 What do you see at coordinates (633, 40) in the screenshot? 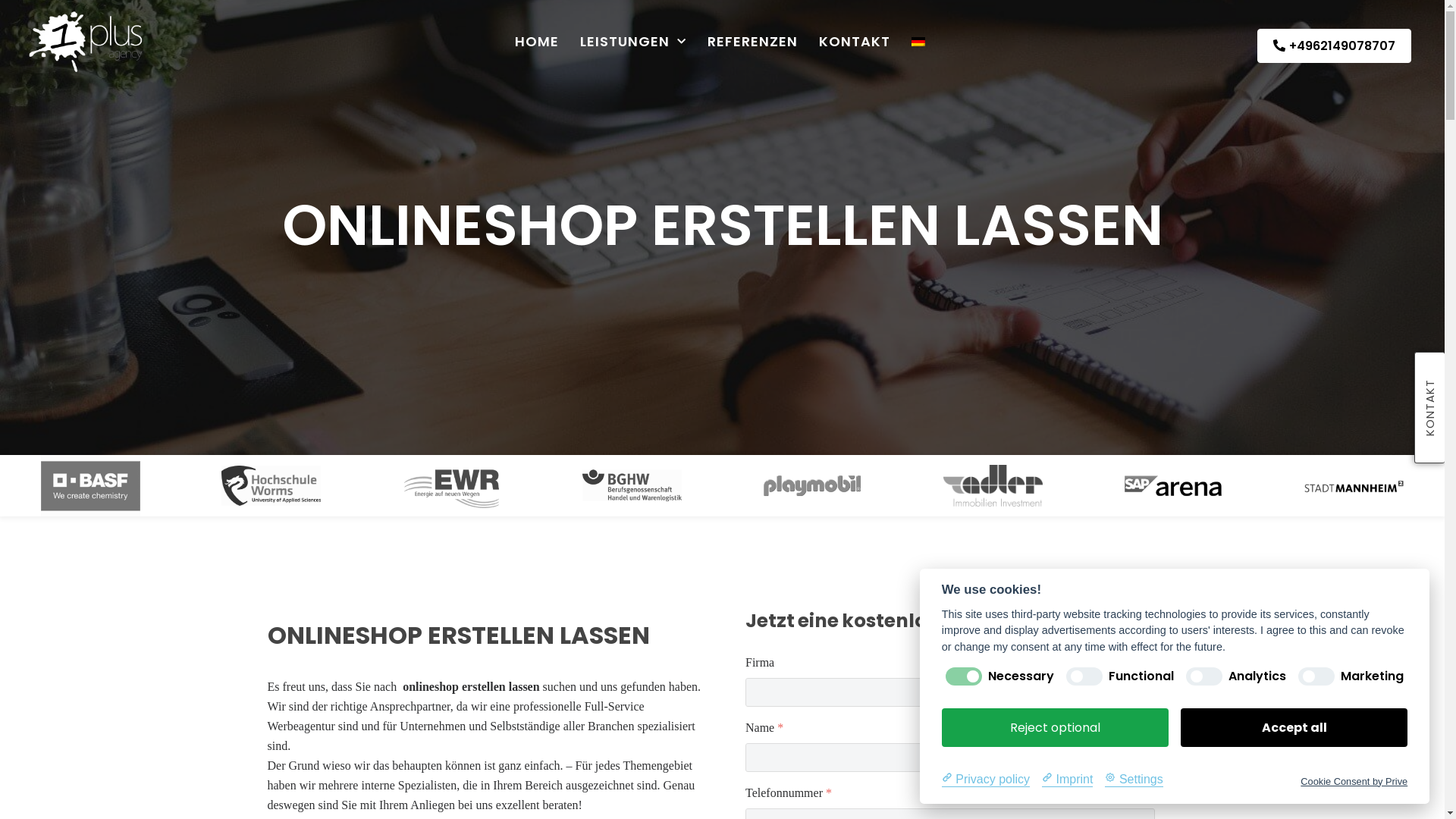
I see `'LEISTUNGEN'` at bounding box center [633, 40].